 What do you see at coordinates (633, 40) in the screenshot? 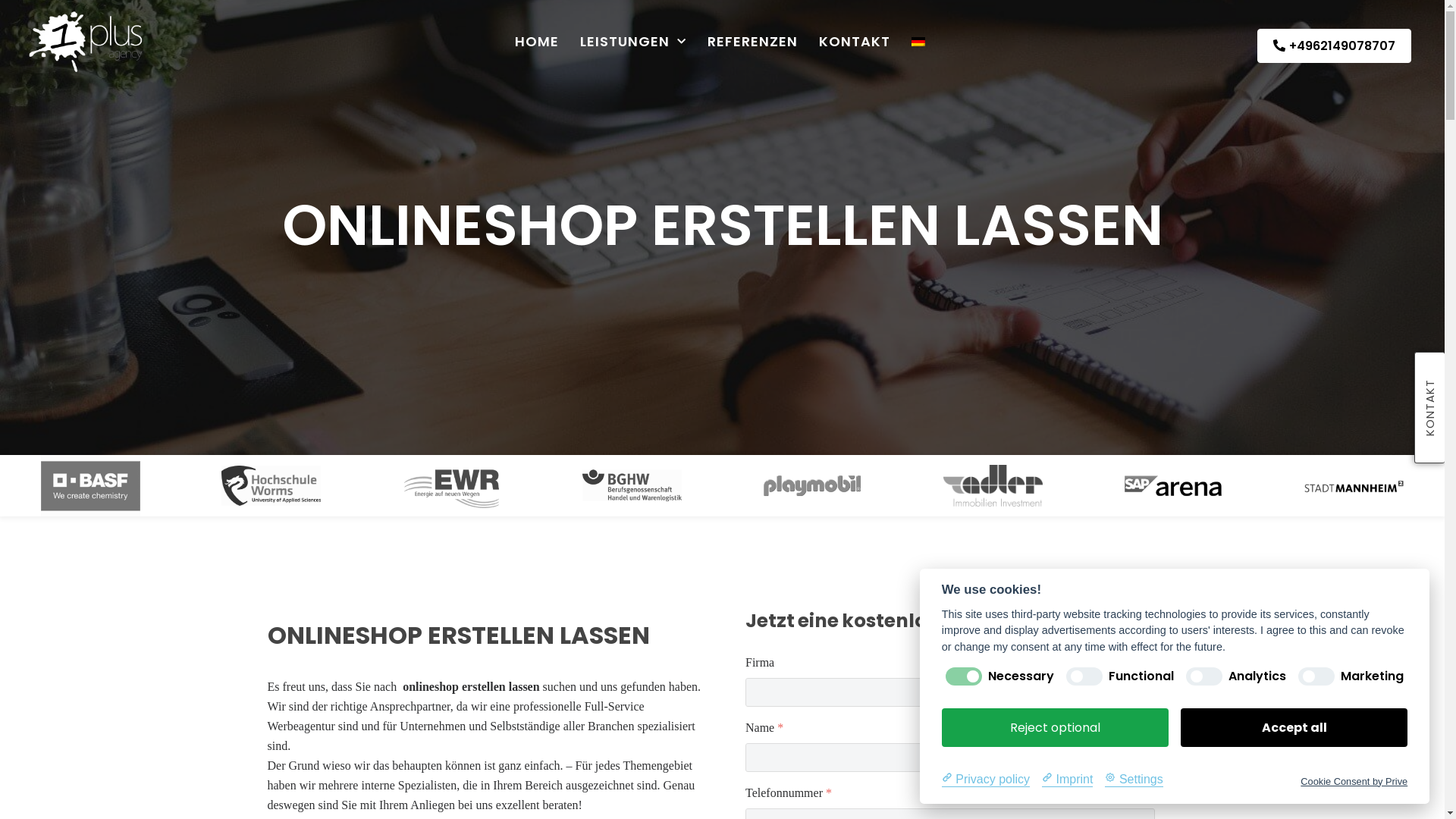
I see `'LEISTUNGEN'` at bounding box center [633, 40].